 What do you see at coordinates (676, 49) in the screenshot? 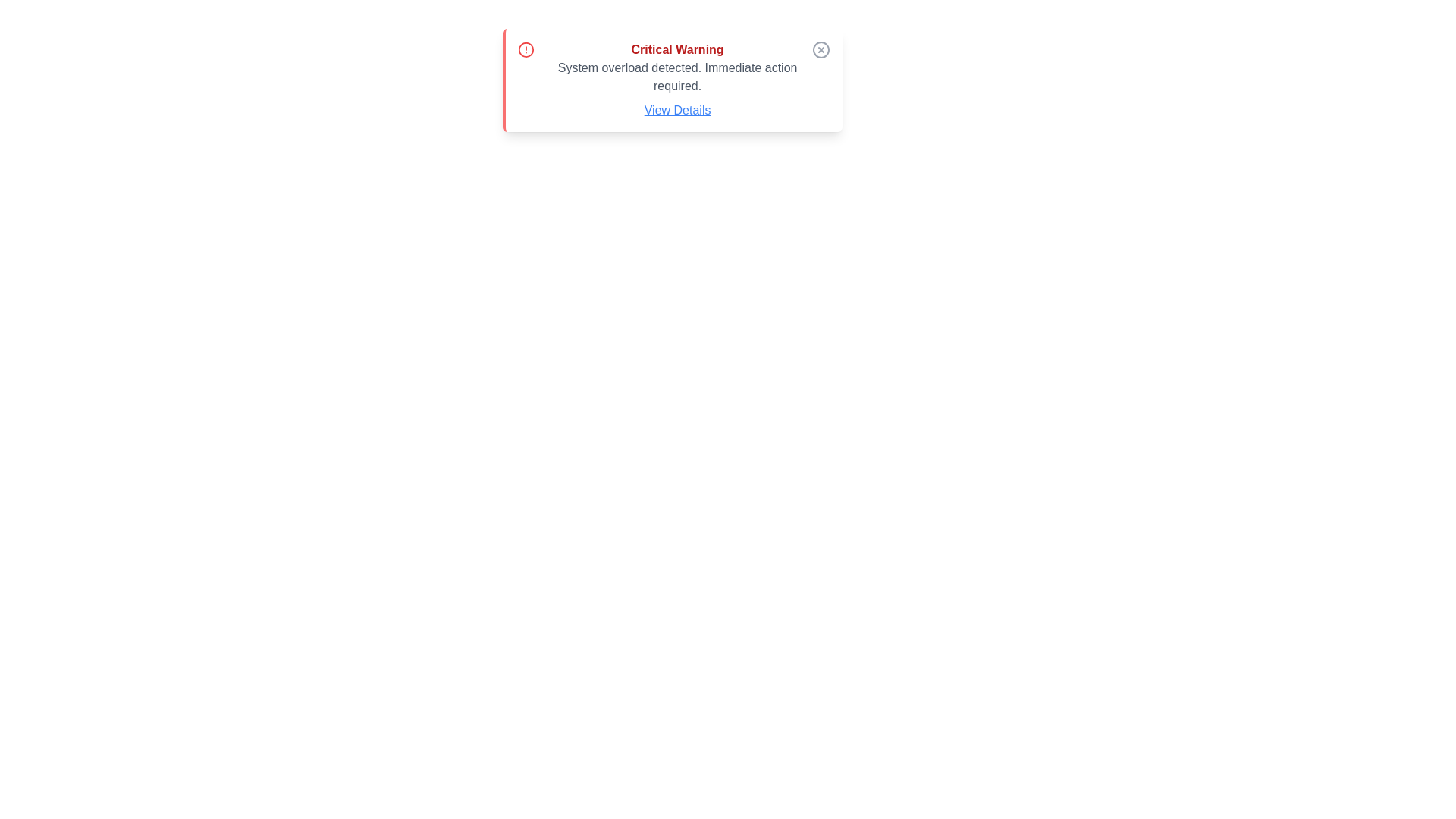
I see `the prominently displayed 'Critical Warning' text, which is styled in bold red and located at the top of the notification box` at bounding box center [676, 49].